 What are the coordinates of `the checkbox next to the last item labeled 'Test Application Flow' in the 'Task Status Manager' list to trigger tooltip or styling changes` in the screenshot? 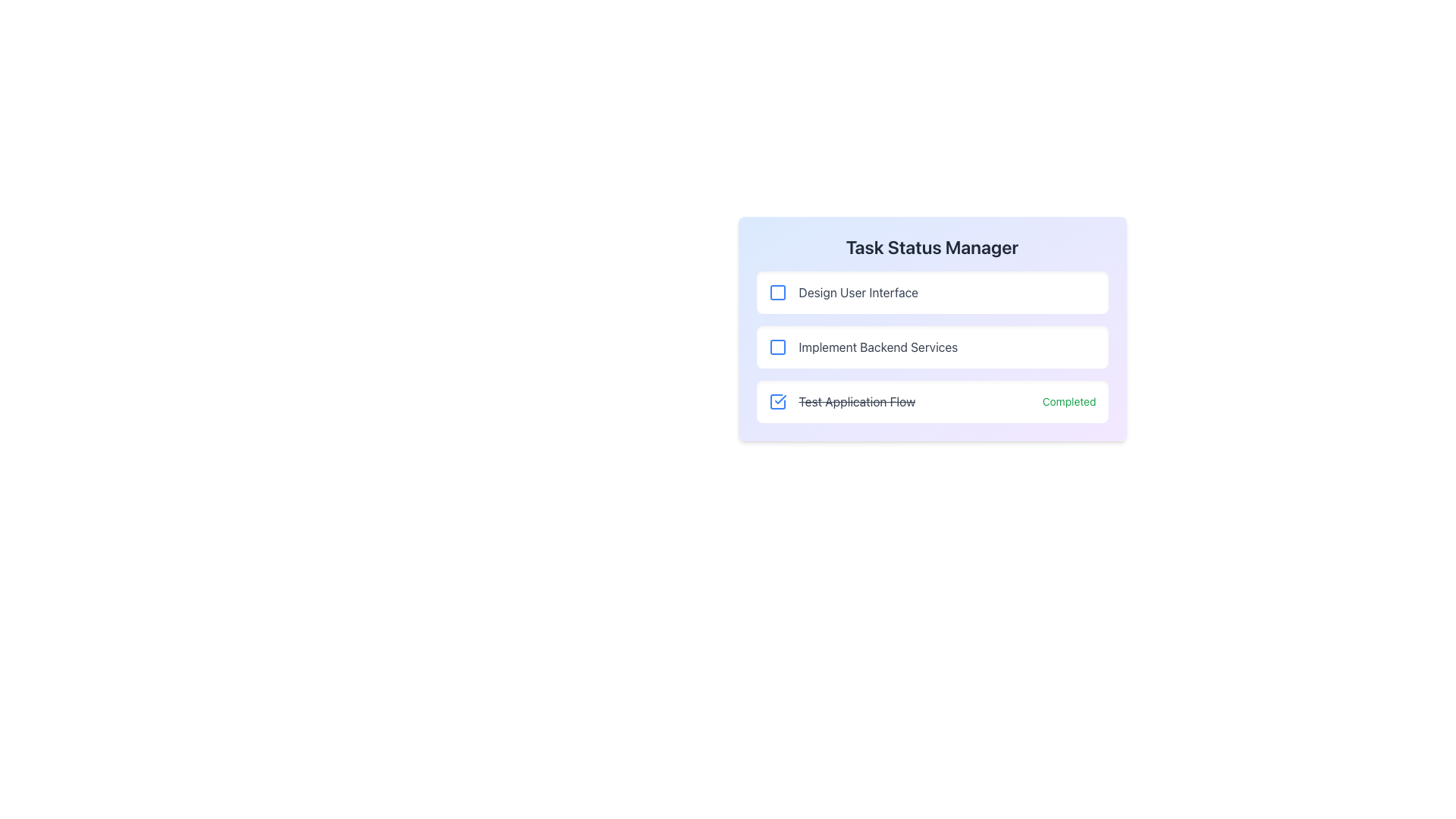 It's located at (777, 400).